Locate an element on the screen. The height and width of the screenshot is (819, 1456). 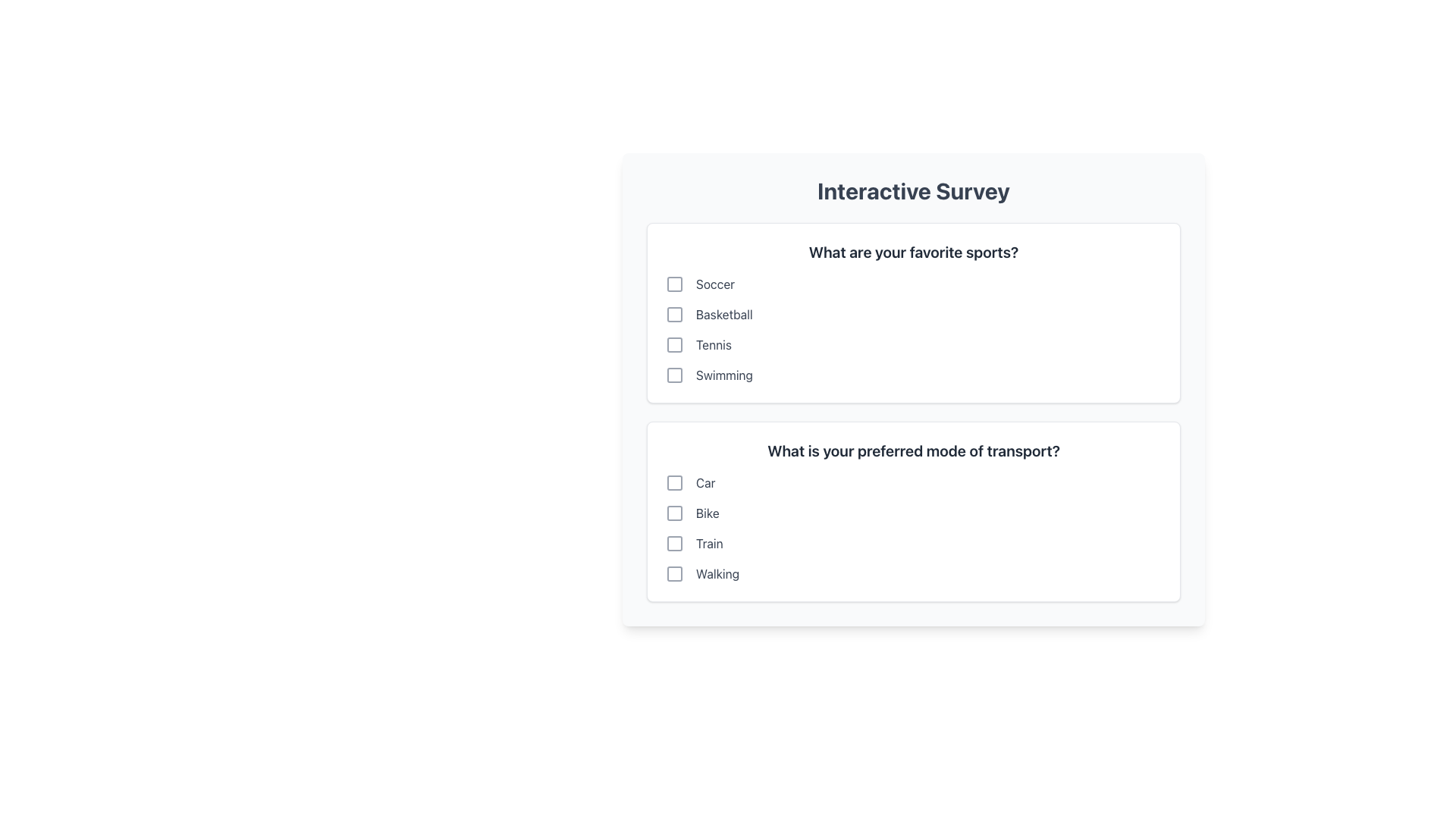
the checkbox for selecting 'Train' in the list of preferred modes of transport is located at coordinates (673, 543).